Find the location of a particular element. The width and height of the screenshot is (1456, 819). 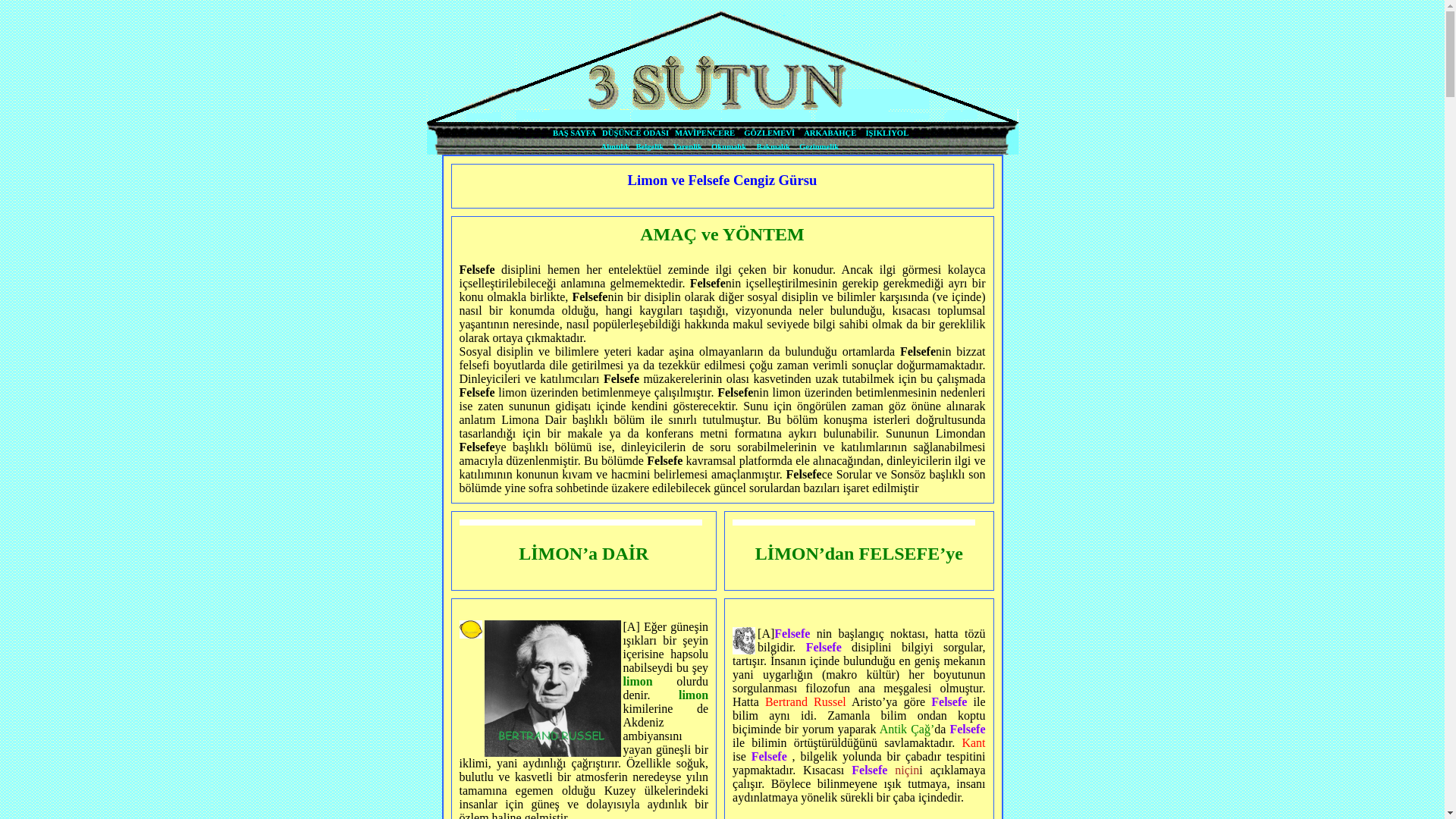

'Yarenlik' is located at coordinates (672, 146).